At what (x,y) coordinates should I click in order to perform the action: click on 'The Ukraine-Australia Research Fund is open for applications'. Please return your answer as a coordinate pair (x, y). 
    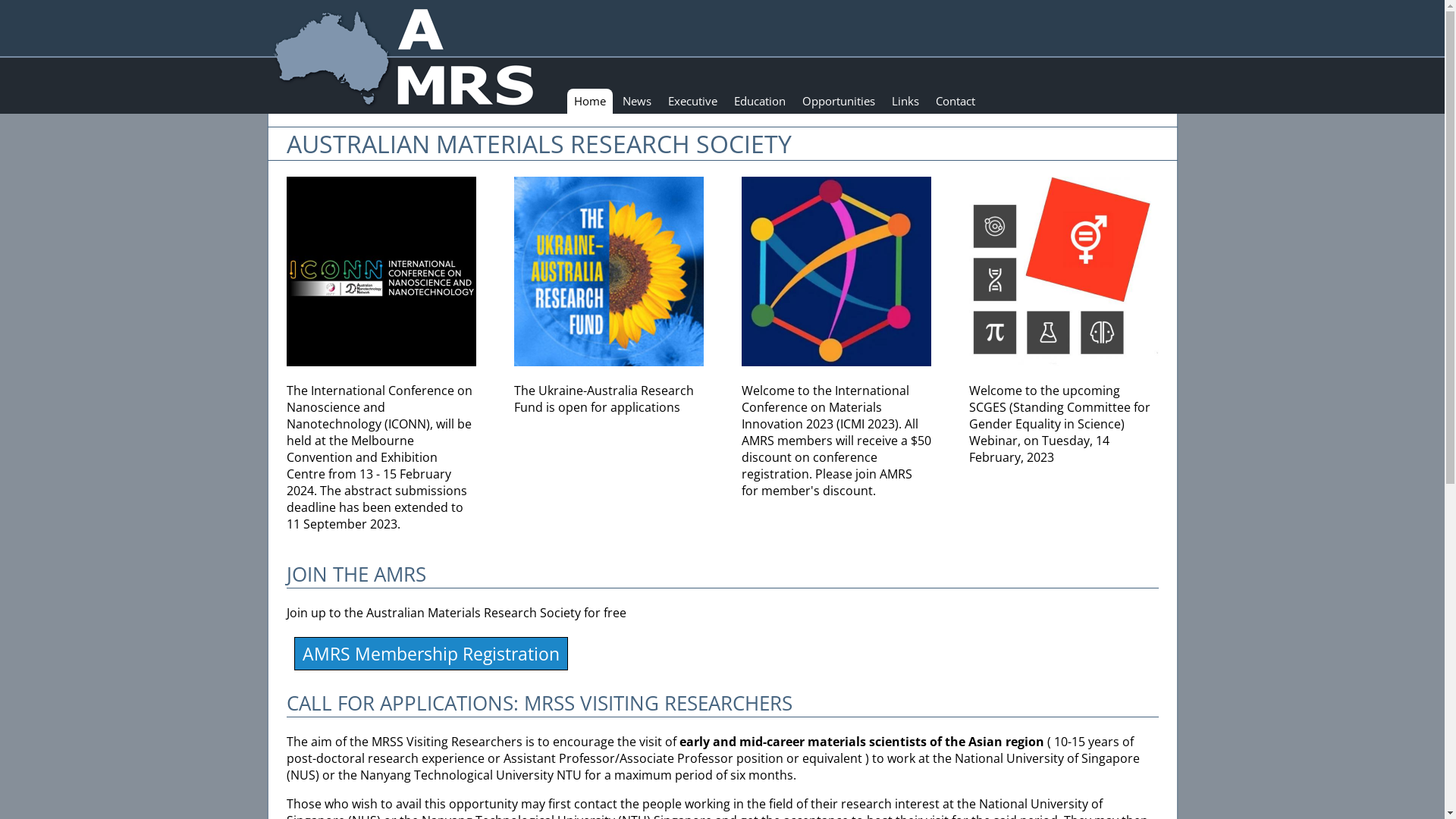
    Looking at the image, I should click on (608, 383).